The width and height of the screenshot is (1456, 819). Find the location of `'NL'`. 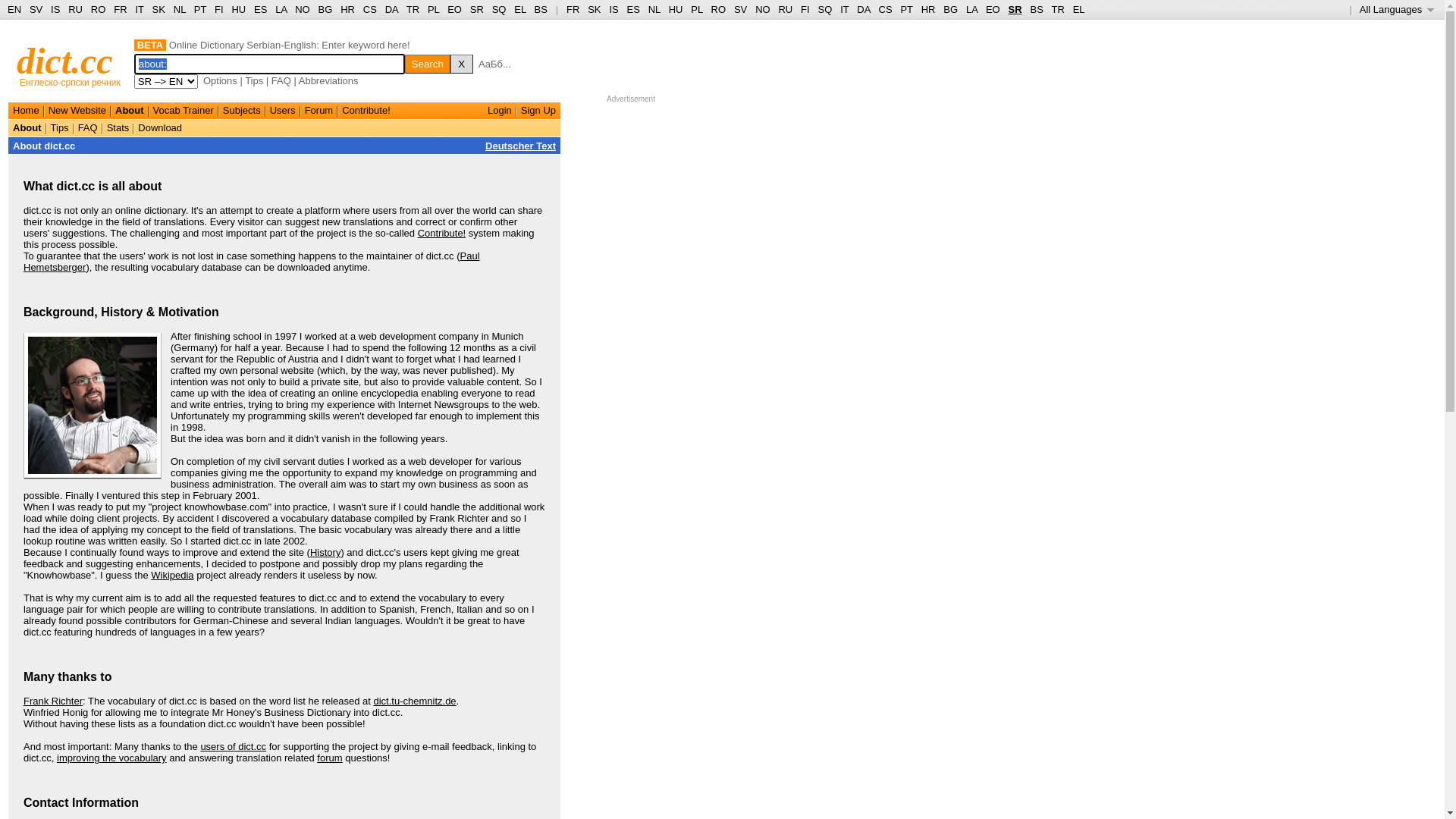

'NL' is located at coordinates (654, 9).